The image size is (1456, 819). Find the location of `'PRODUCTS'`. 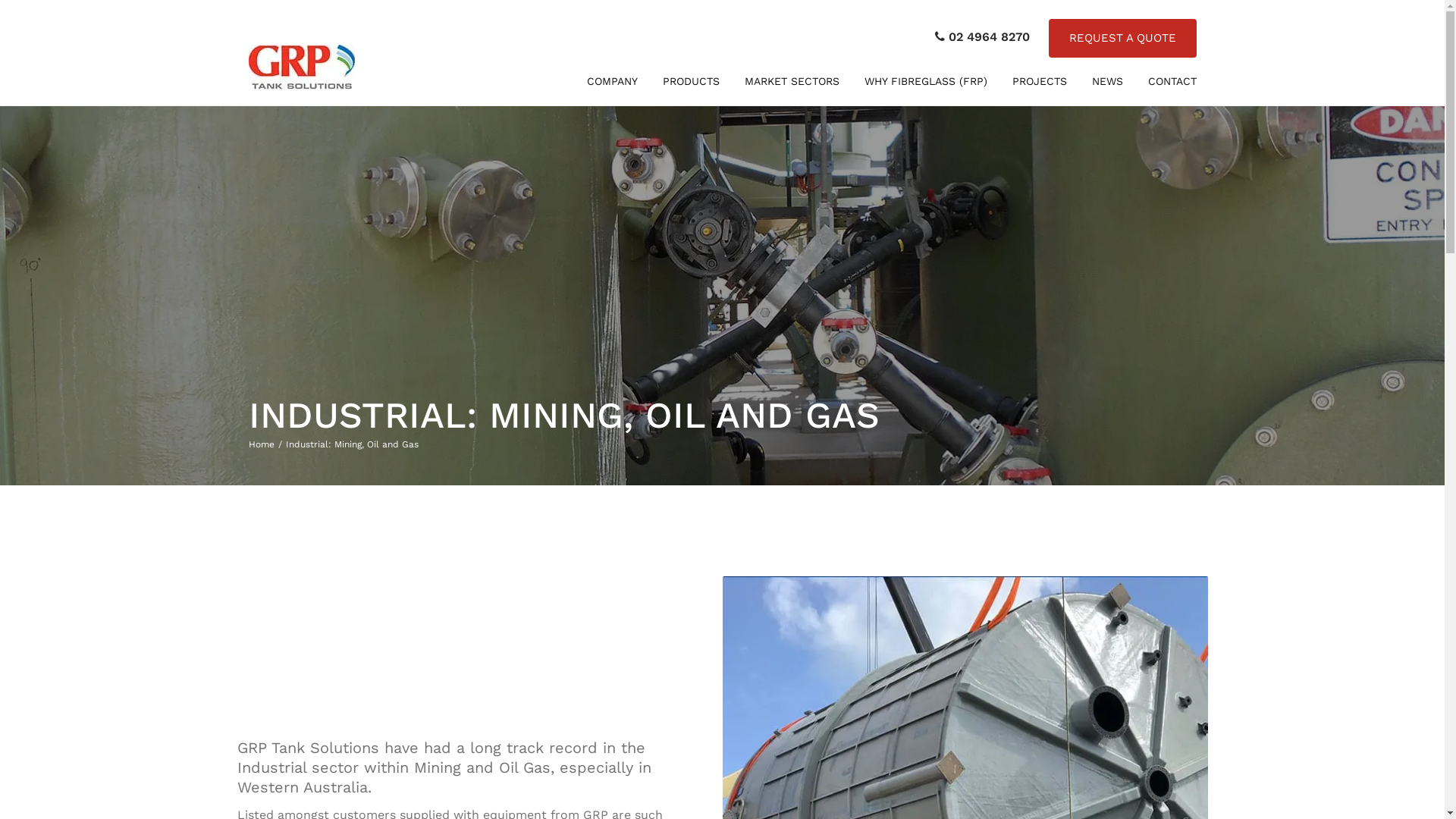

'PRODUCTS' is located at coordinates (655, 81).